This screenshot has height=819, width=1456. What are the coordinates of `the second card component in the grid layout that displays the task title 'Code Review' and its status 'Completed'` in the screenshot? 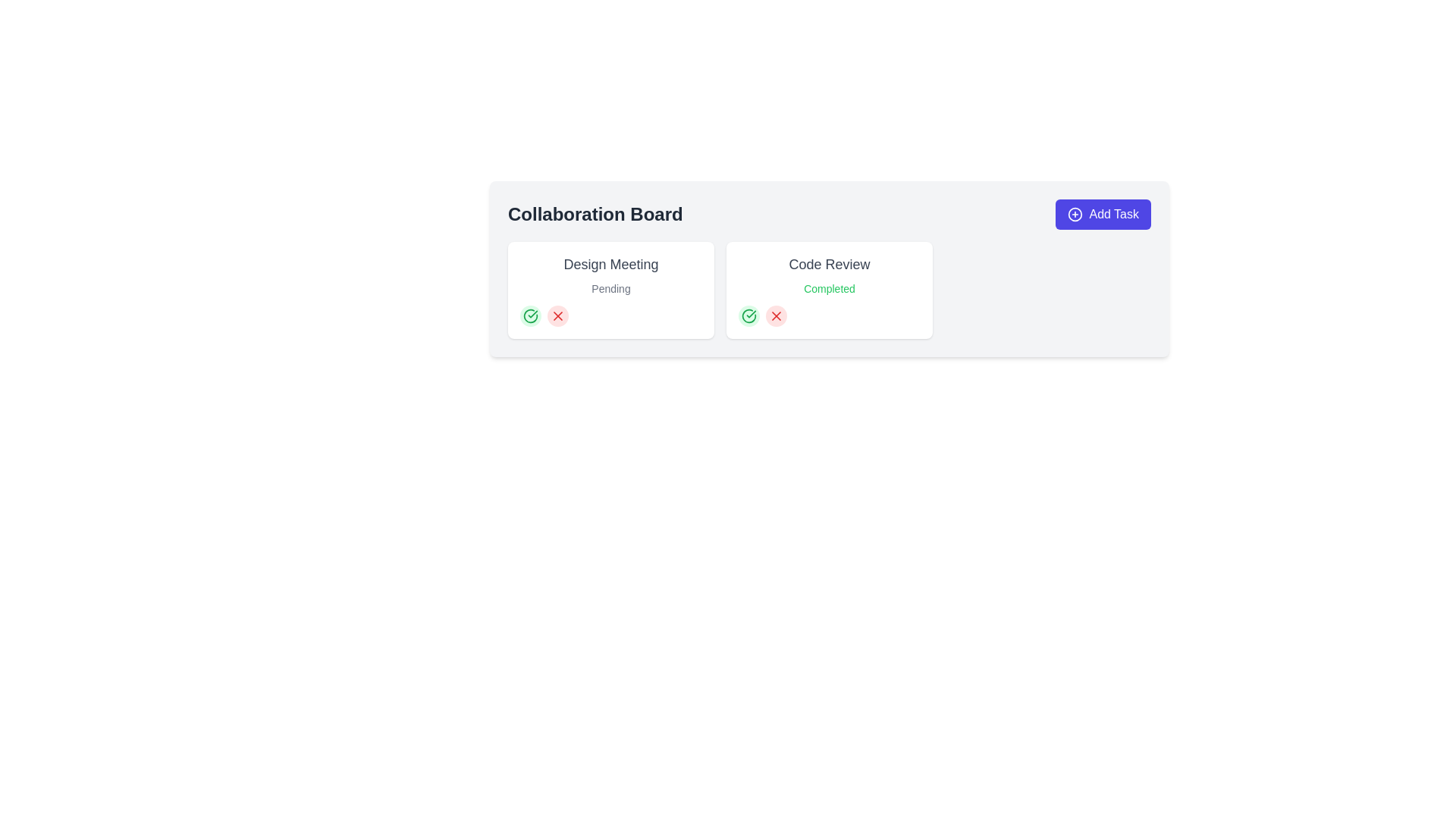 It's located at (829, 290).